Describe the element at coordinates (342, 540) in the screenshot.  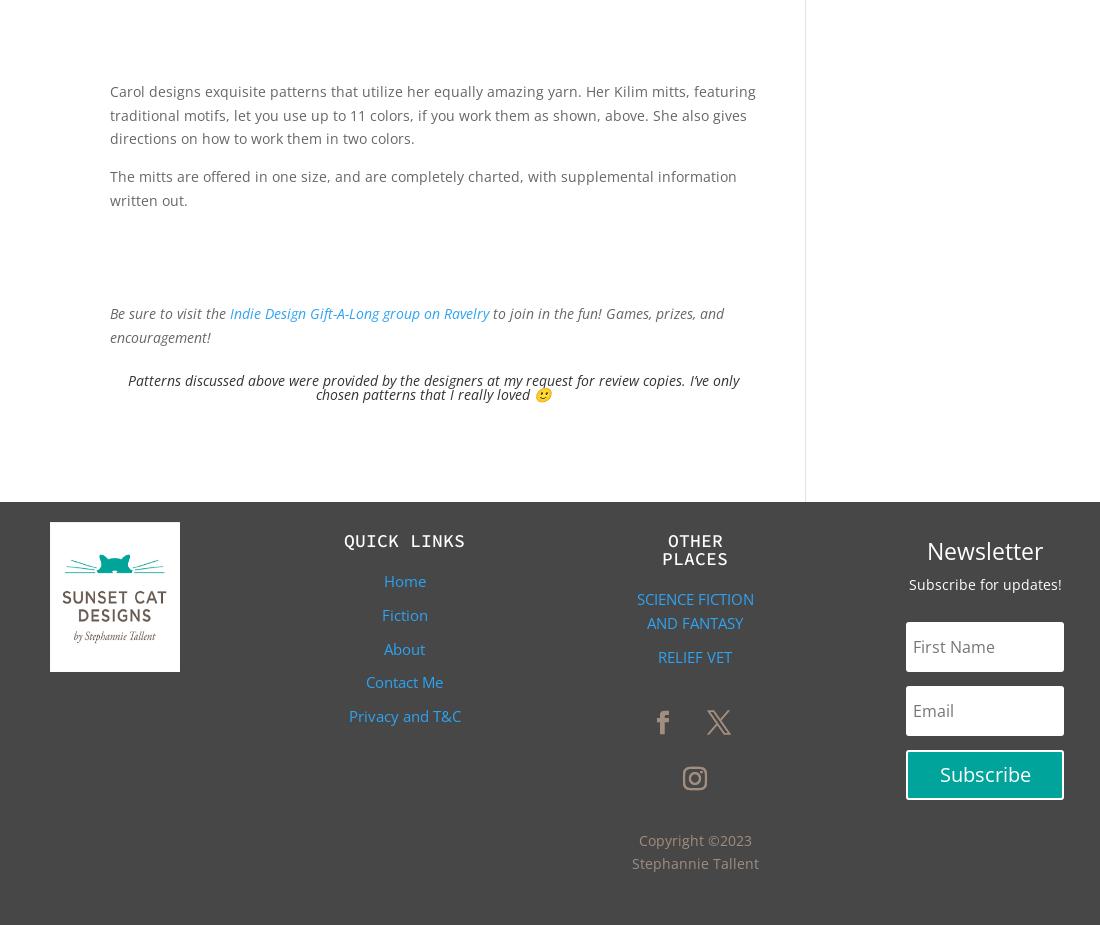
I see `'Quick Links'` at that location.